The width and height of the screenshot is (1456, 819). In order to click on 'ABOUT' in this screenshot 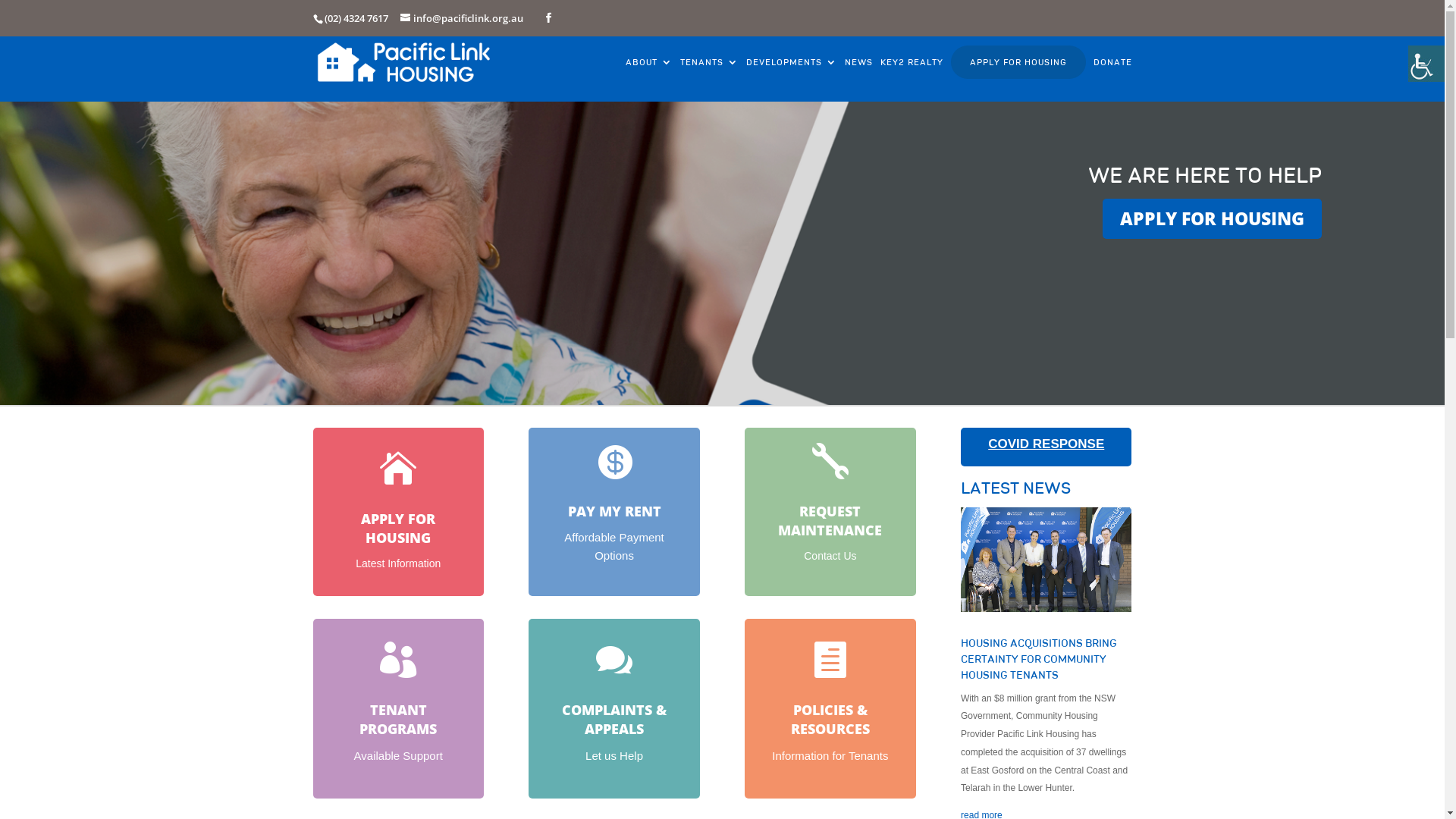, I will do `click(648, 79)`.